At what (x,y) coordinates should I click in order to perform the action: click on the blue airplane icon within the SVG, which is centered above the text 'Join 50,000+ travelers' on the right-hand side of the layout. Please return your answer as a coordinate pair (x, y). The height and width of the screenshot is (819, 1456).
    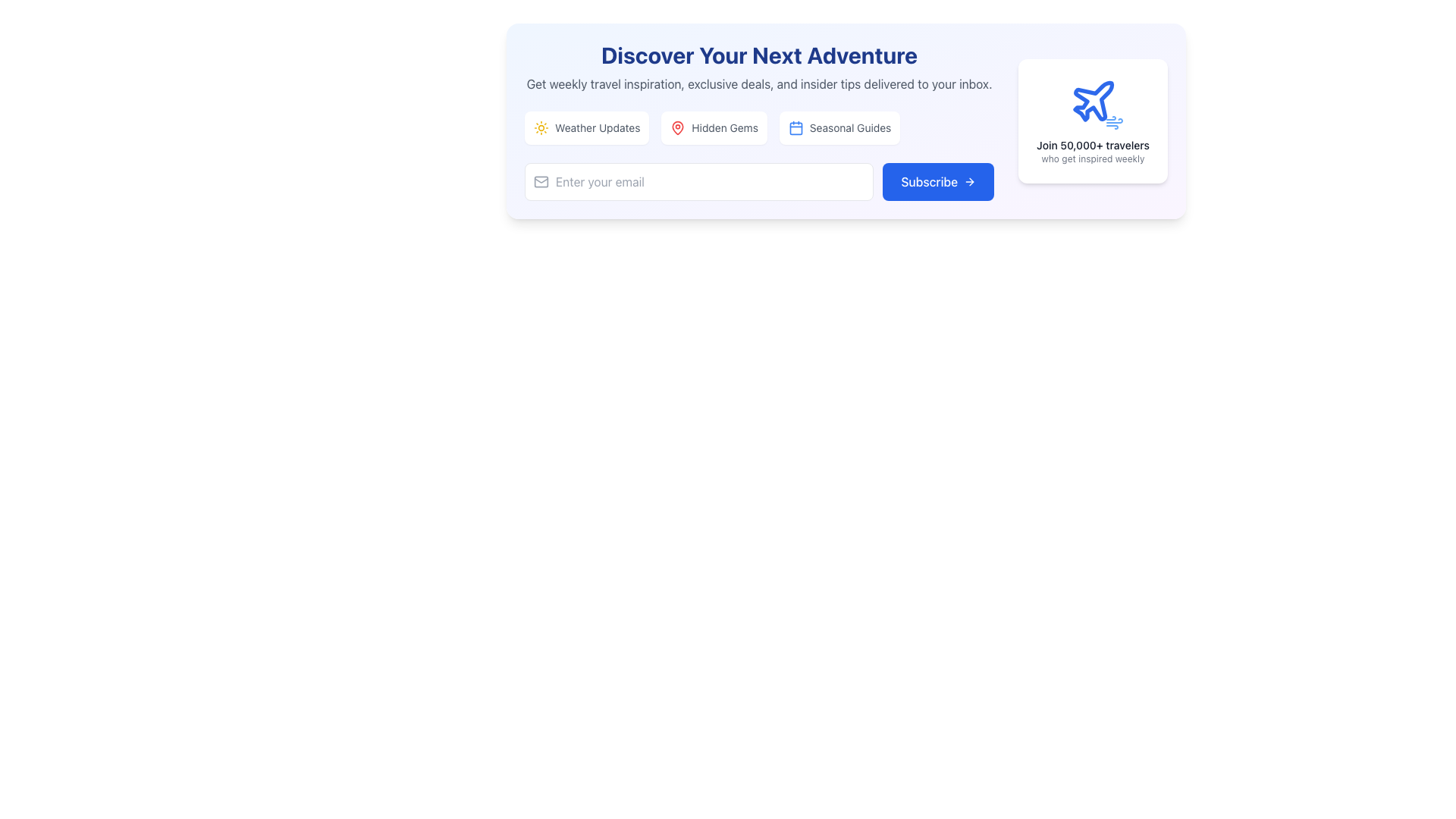
    Looking at the image, I should click on (1093, 101).